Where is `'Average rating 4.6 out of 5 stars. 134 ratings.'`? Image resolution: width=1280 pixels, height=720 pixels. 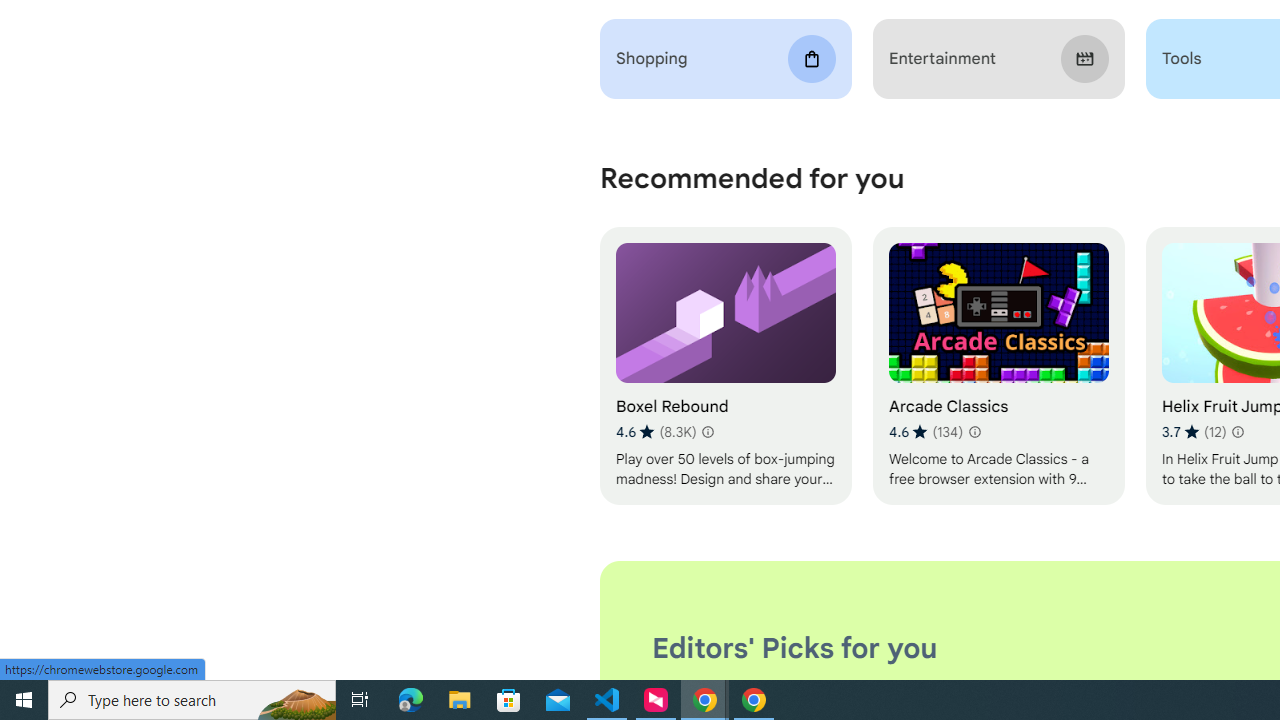 'Average rating 4.6 out of 5 stars. 134 ratings.' is located at coordinates (924, 431).